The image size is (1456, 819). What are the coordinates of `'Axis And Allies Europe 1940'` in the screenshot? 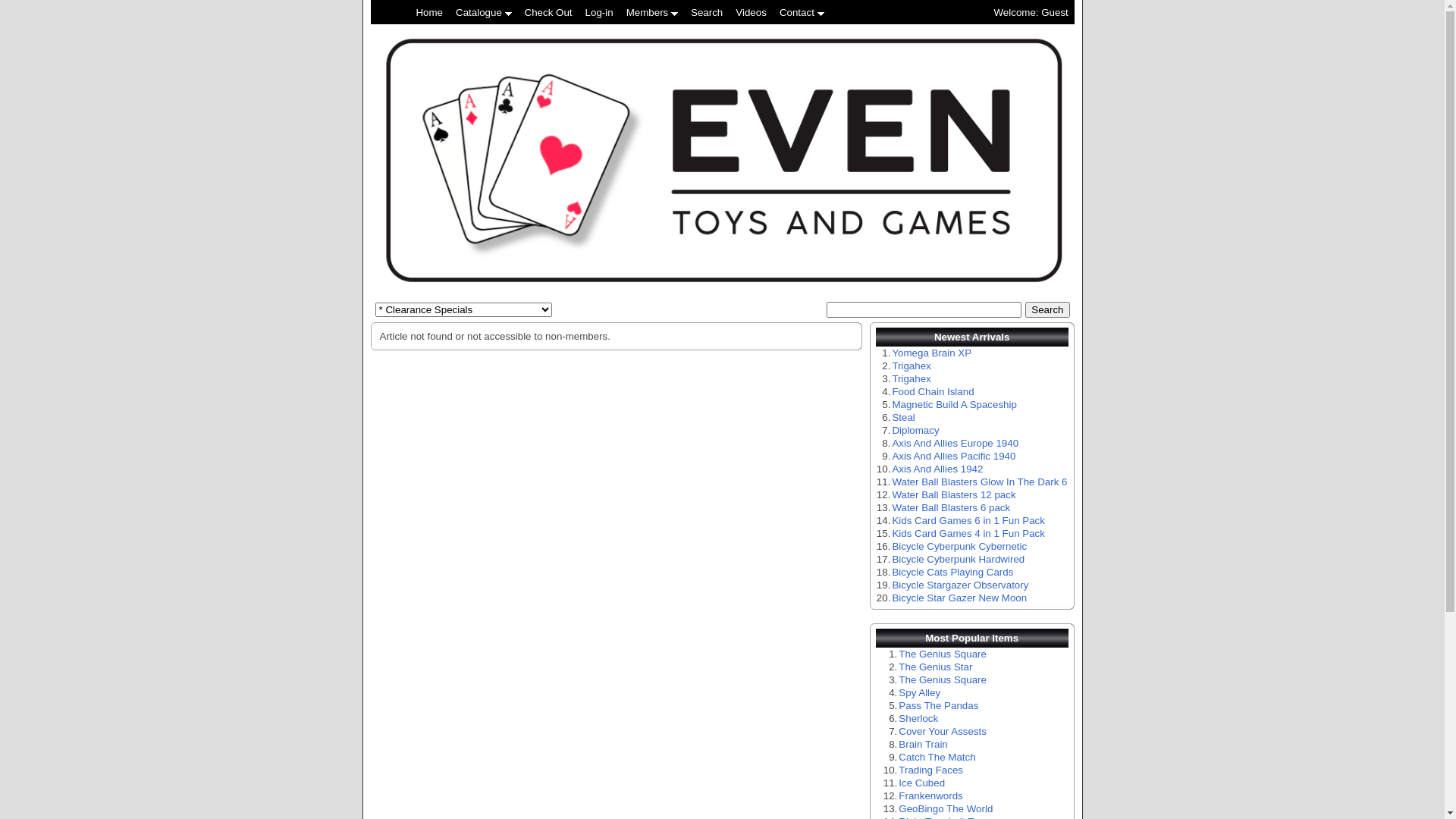 It's located at (954, 443).